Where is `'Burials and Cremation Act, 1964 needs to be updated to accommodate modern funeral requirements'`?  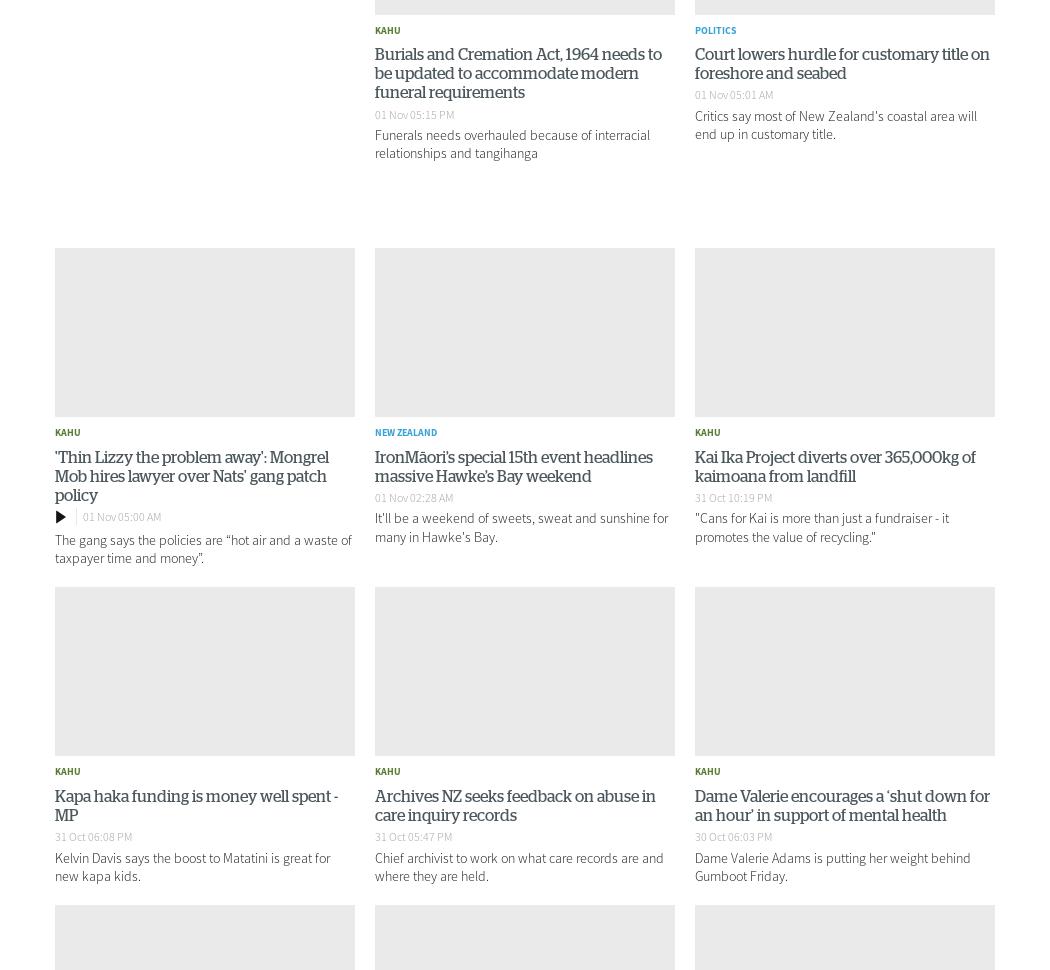
'Burials and Cremation Act, 1964 needs to be updated to accommodate modern funeral requirements' is located at coordinates (517, 73).